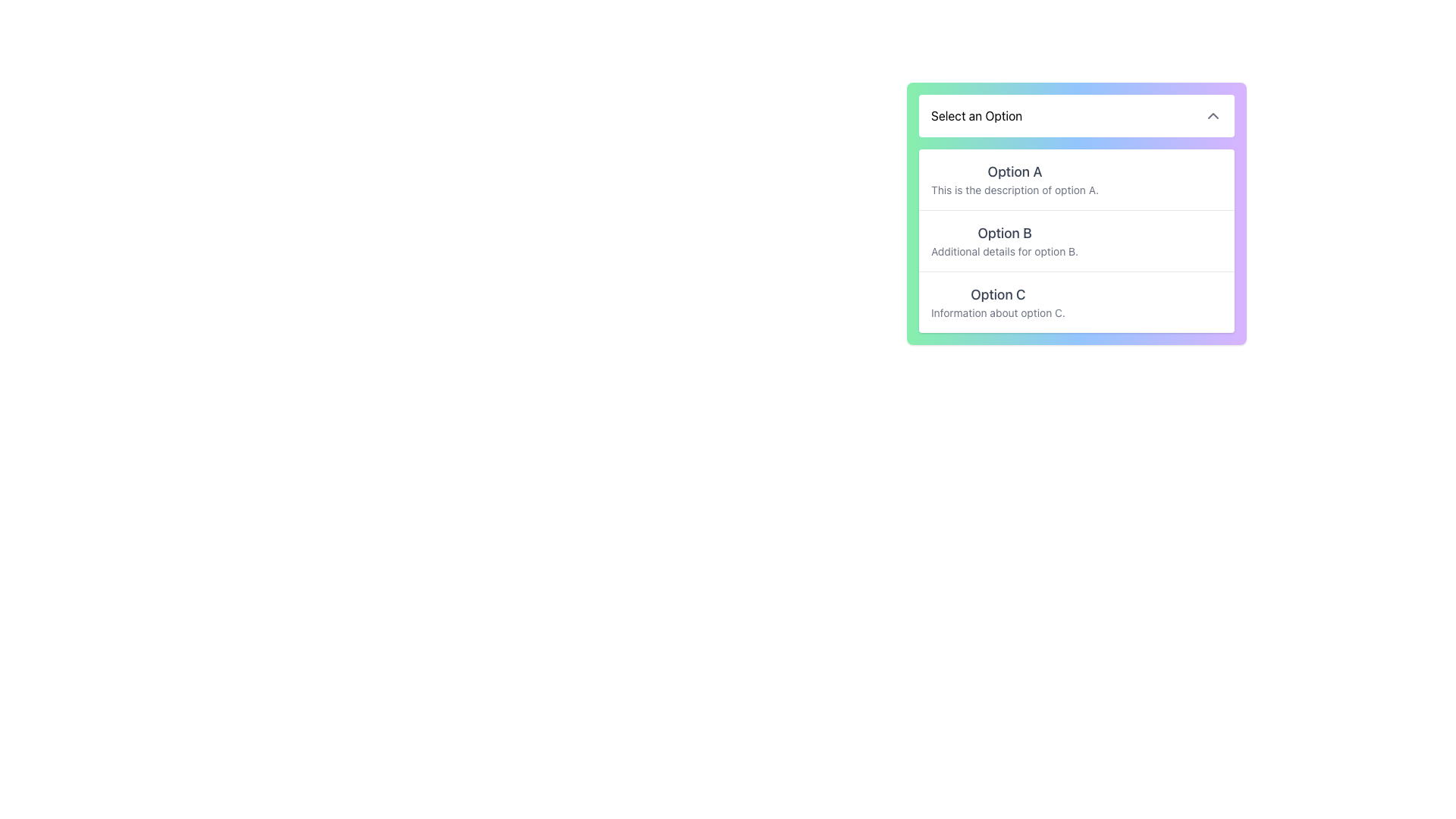  Describe the element at coordinates (1076, 178) in the screenshot. I see `the first selectable option in the dropdown list labeled 'Option A'` at that location.